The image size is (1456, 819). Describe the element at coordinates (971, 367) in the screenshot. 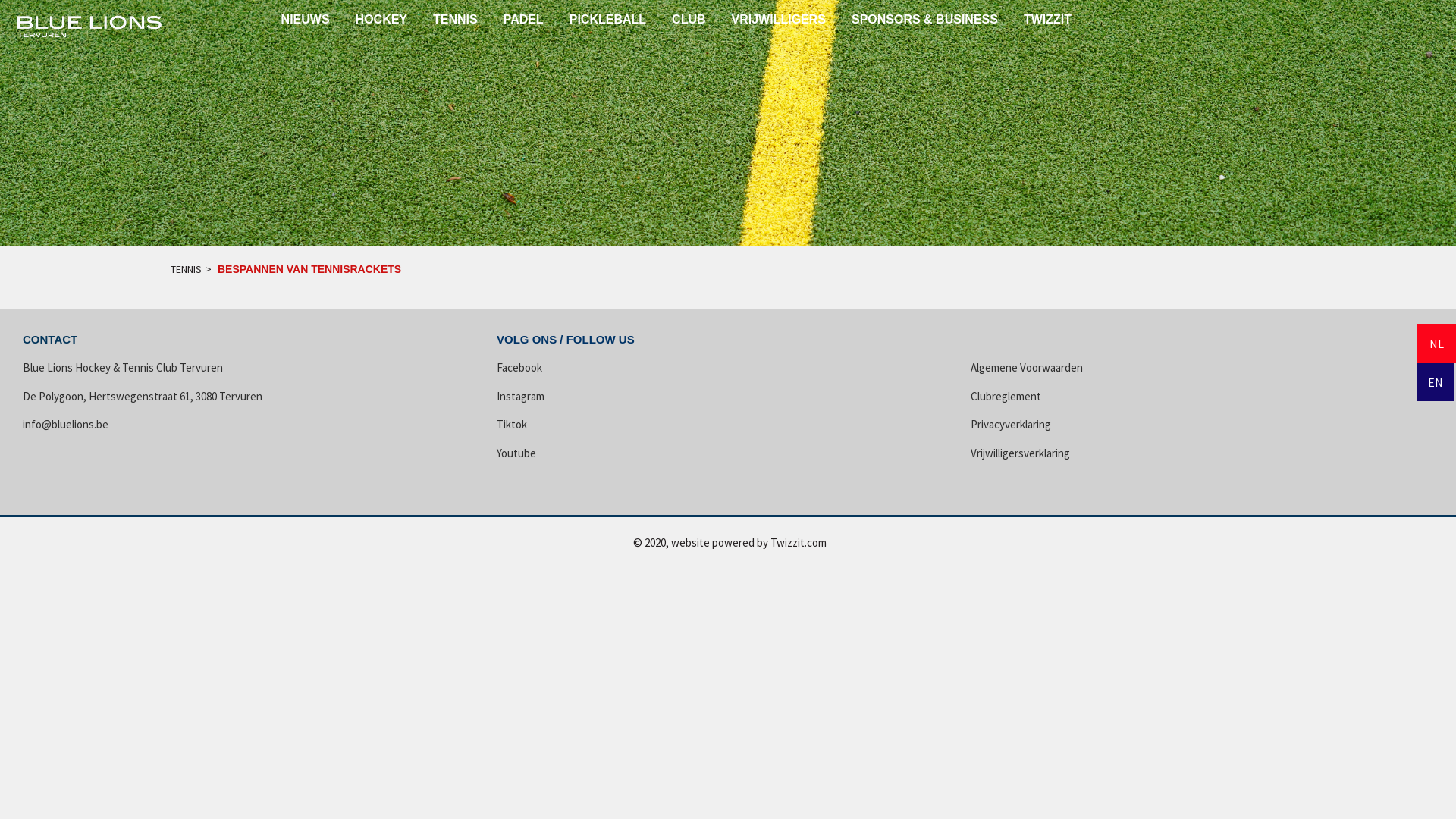

I see `'Algemene Voorwaarden'` at that location.